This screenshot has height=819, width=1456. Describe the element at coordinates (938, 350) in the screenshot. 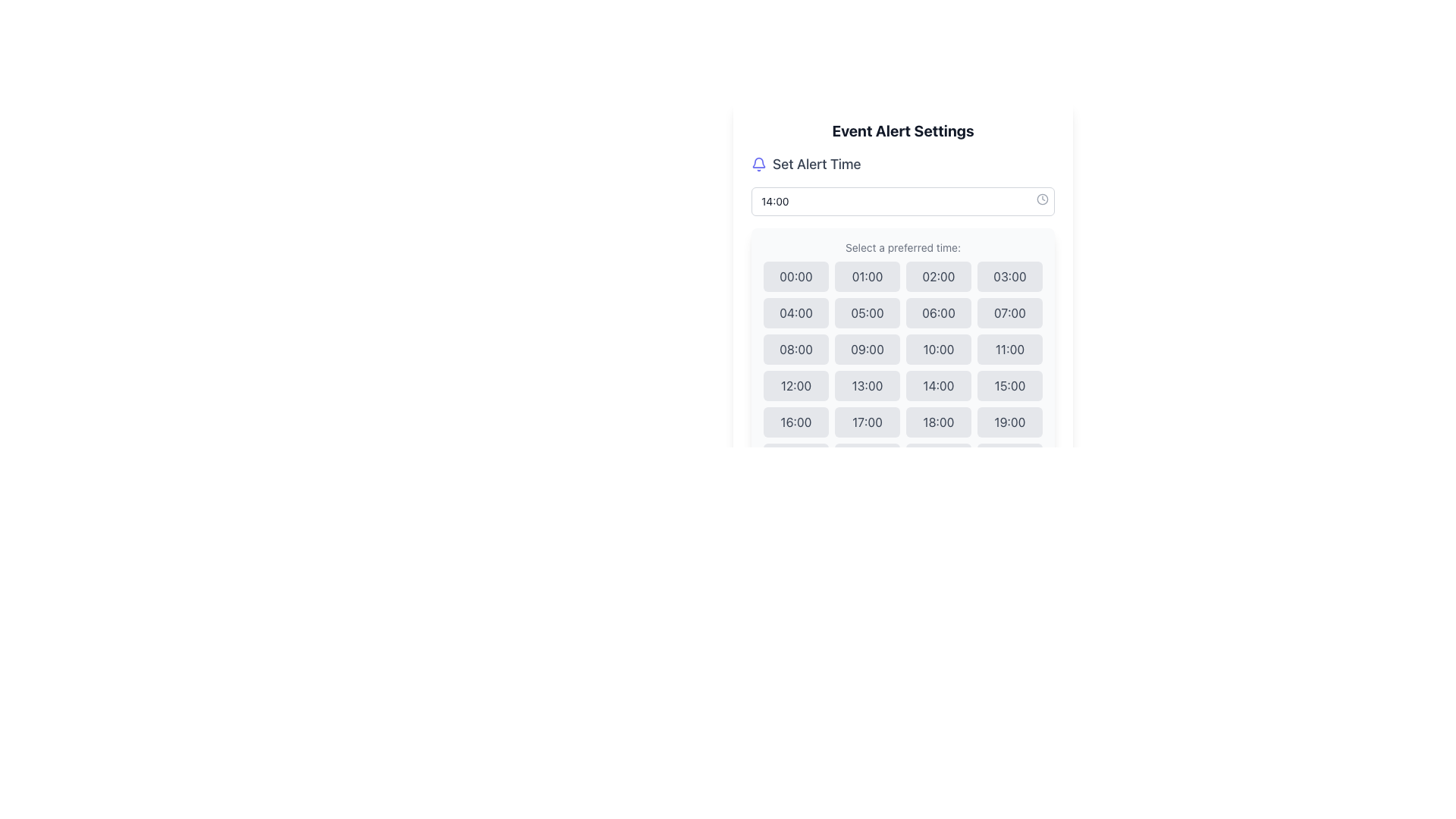

I see `the '10:00' button in the scheduling feature` at that location.